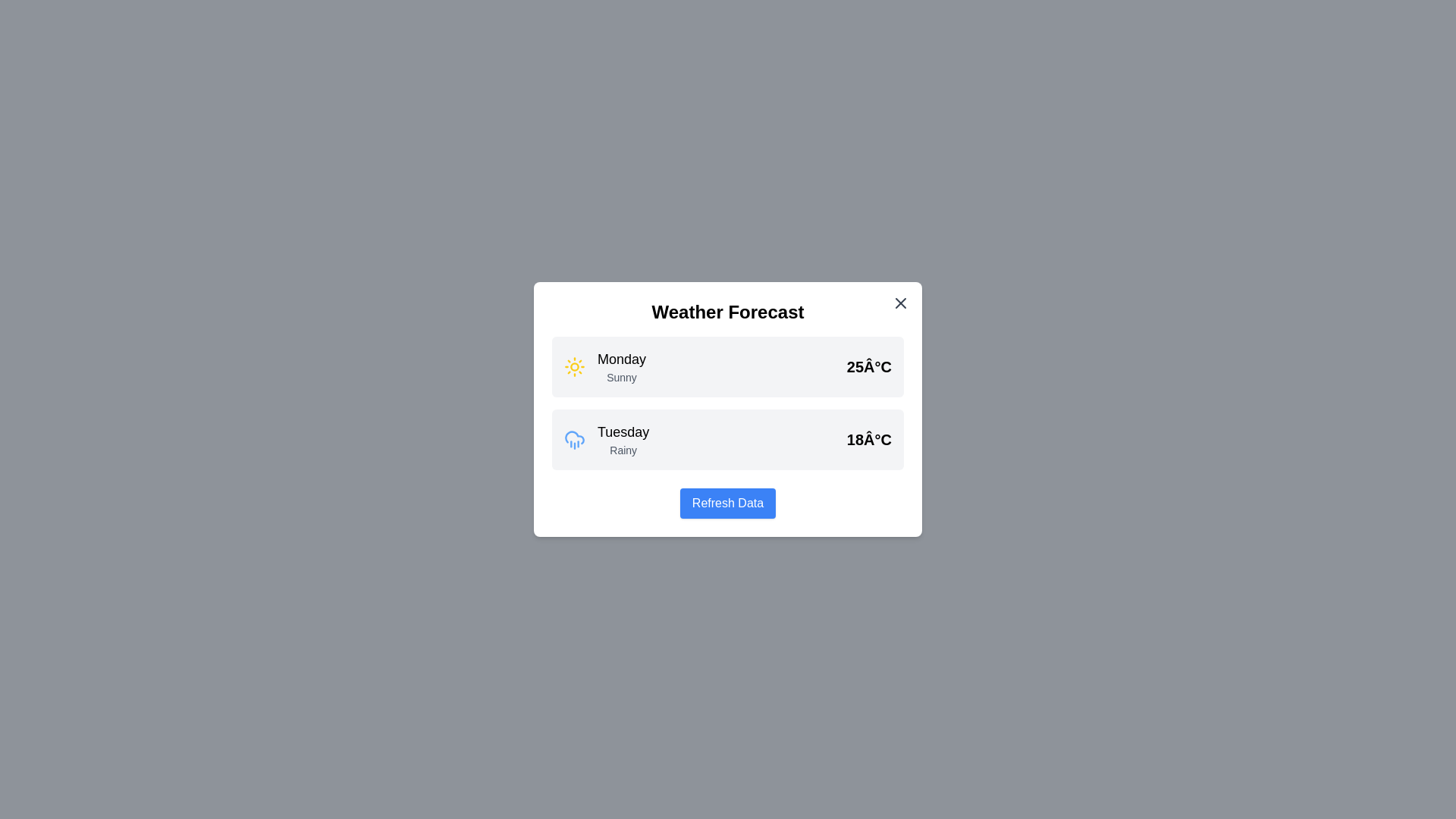  What do you see at coordinates (574, 439) in the screenshot?
I see `the blue cloud and raindrop icon representing rainy weather, which is situated to the left of the text 'Tuesday' and 'Rainy' in the Tuesday weather forecast section` at bounding box center [574, 439].